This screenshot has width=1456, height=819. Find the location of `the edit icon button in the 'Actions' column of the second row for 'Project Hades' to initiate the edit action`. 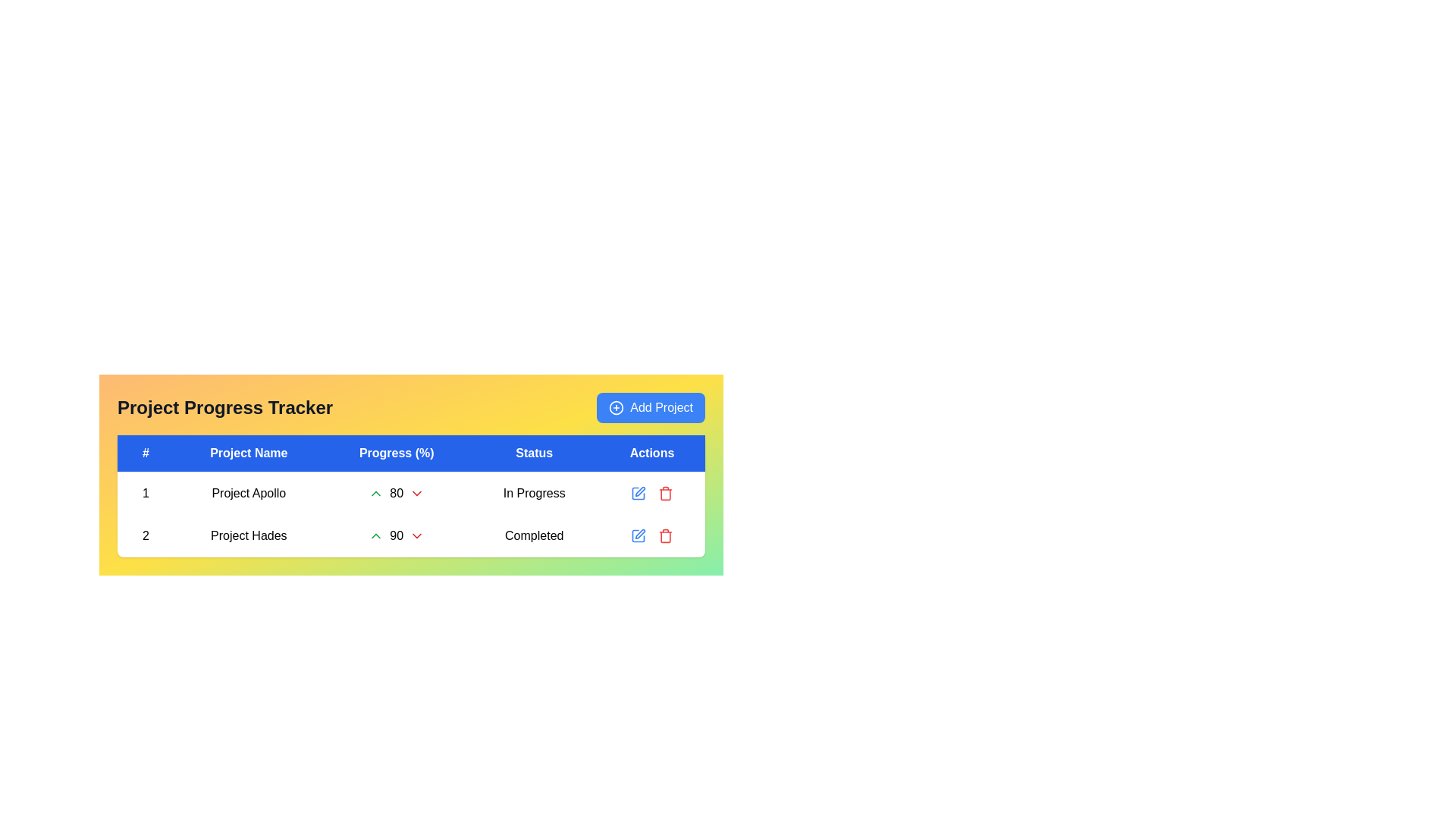

the edit icon button in the 'Actions' column of the second row for 'Project Hades' to initiate the edit action is located at coordinates (640, 533).